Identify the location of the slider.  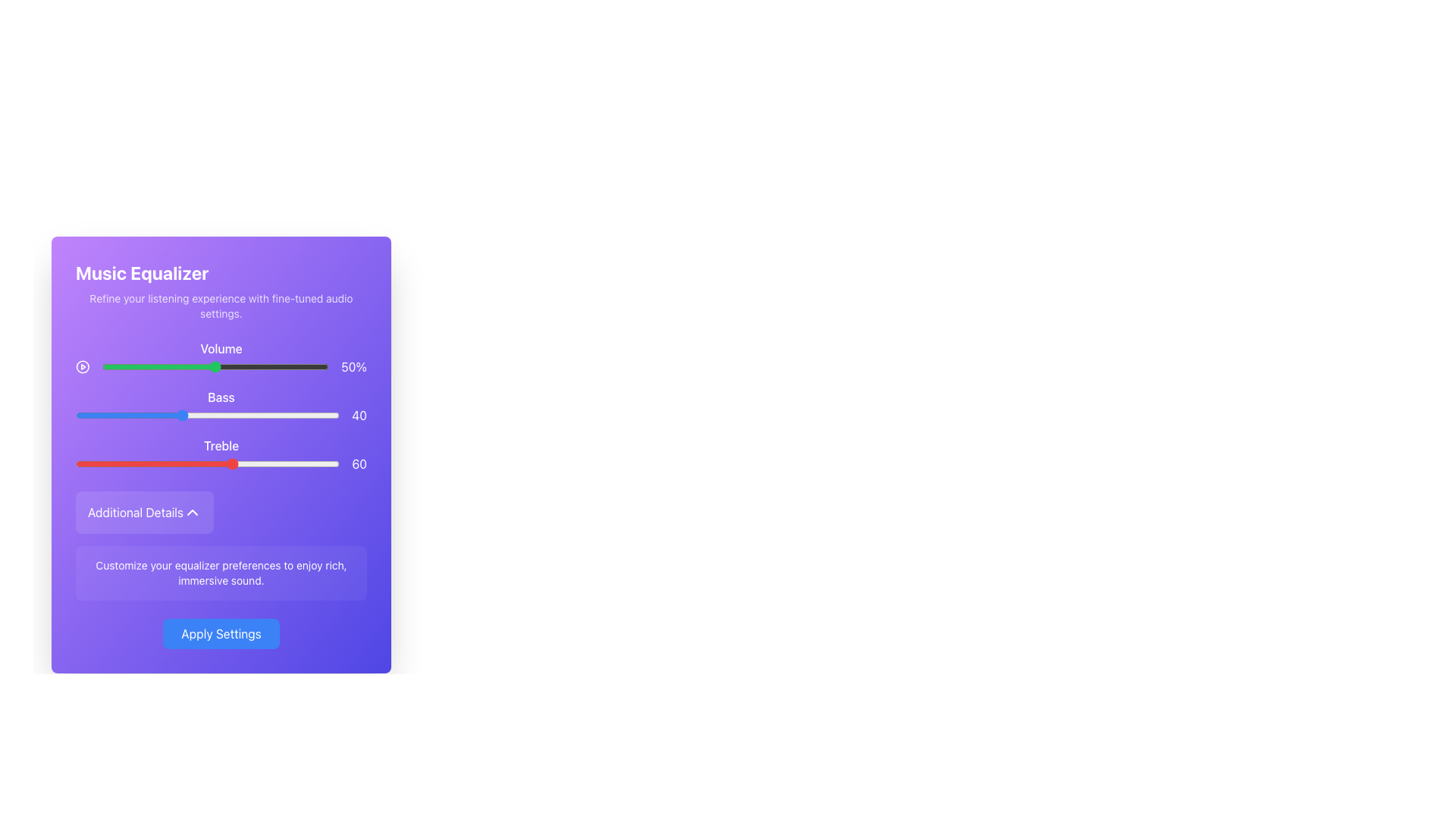
(127, 366).